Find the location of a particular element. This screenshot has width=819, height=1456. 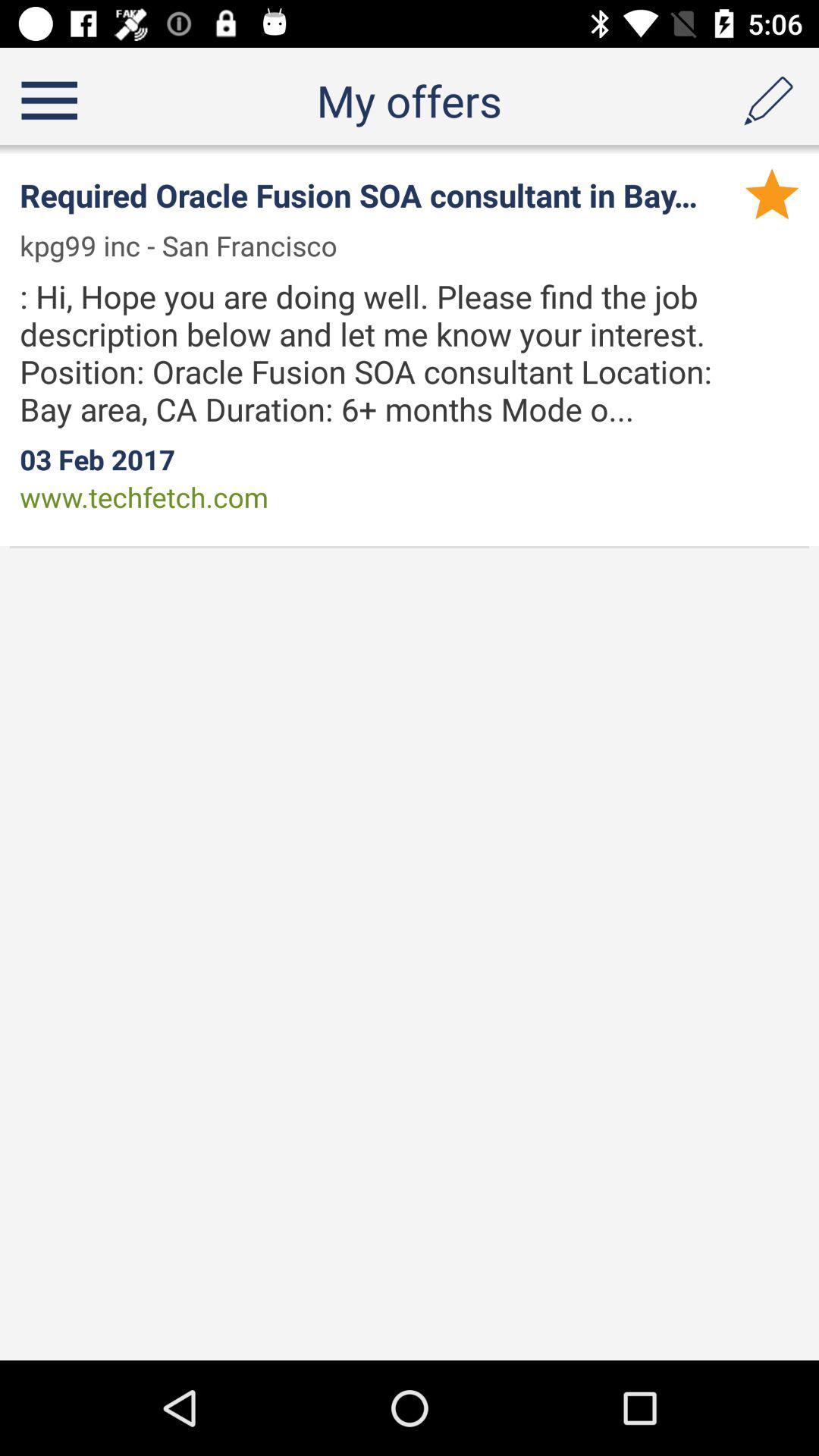

hi hope you item is located at coordinates (394, 352).